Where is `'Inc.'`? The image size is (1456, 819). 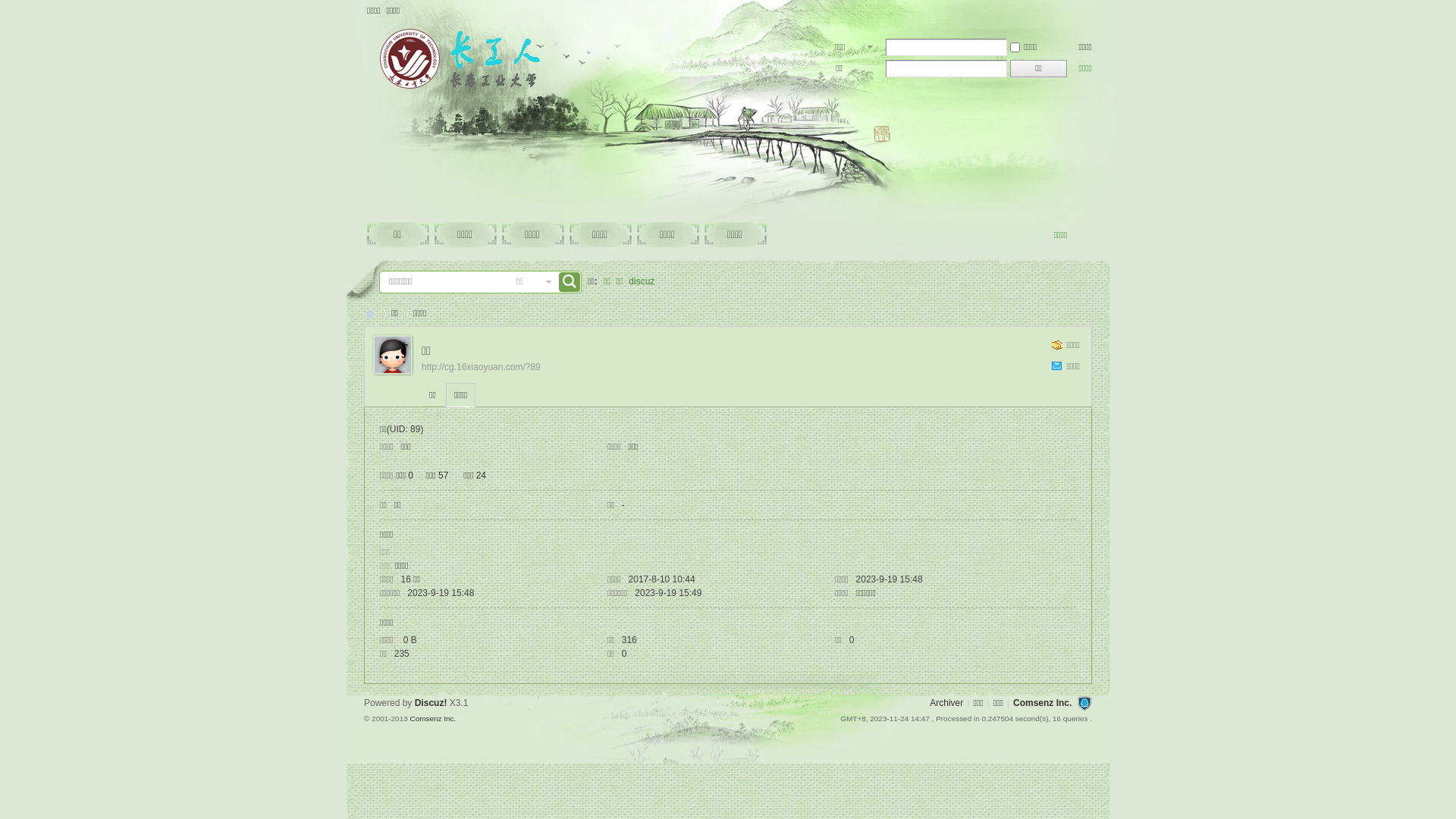 'Inc.' is located at coordinates (443, 717).